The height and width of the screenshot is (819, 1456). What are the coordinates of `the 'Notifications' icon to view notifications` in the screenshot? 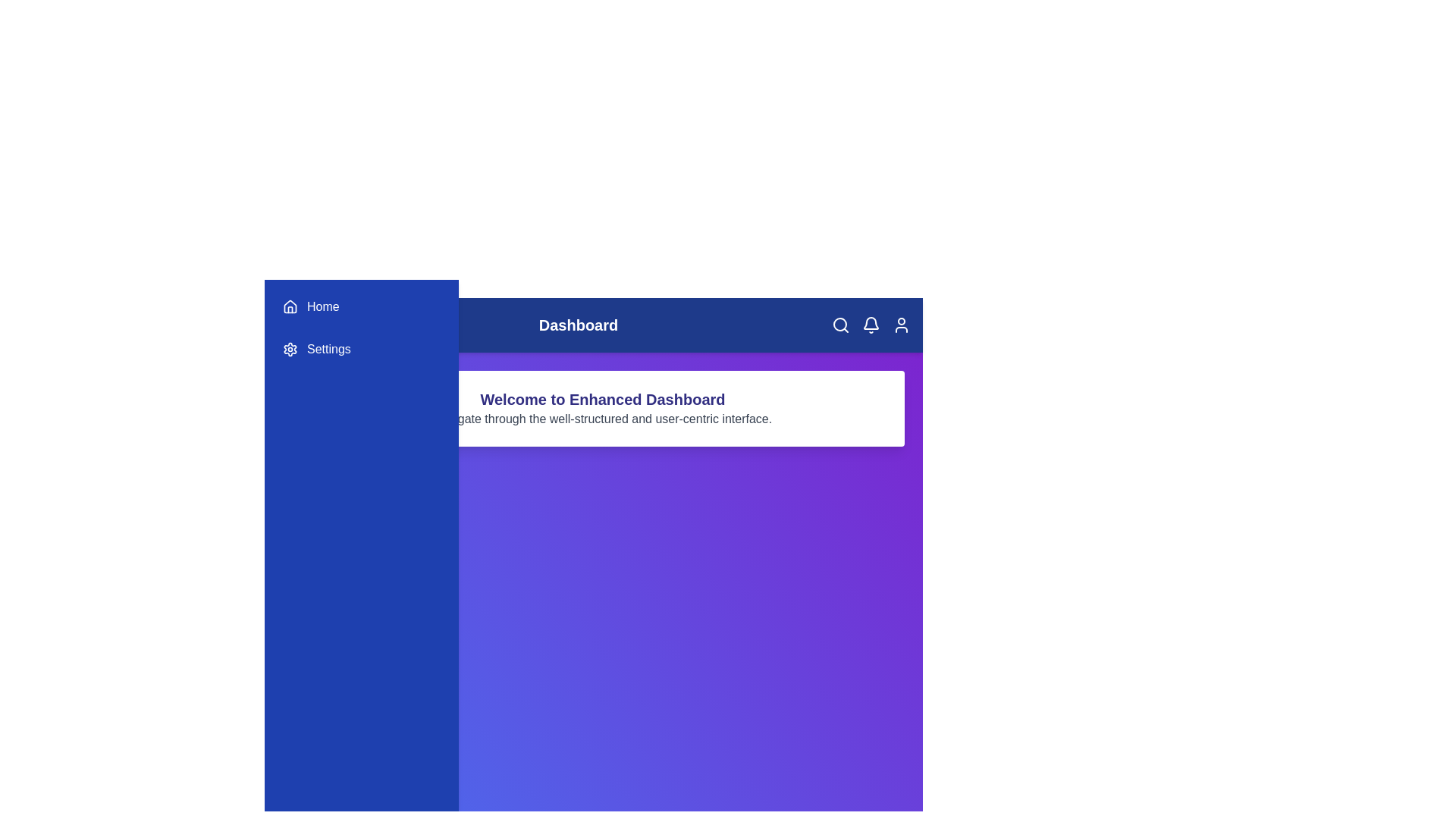 It's located at (871, 324).